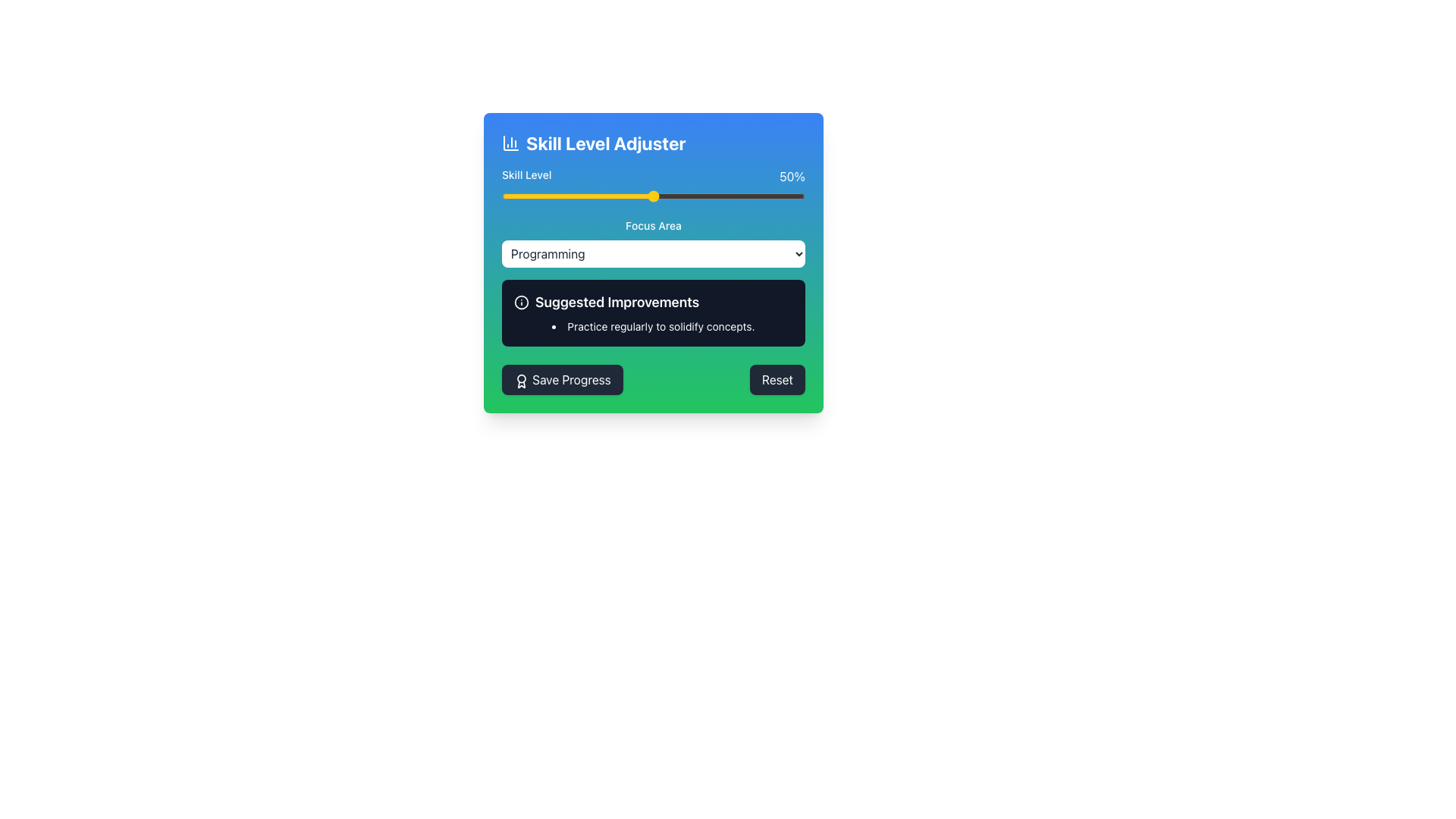  I want to click on the skill level, so click(505, 195).